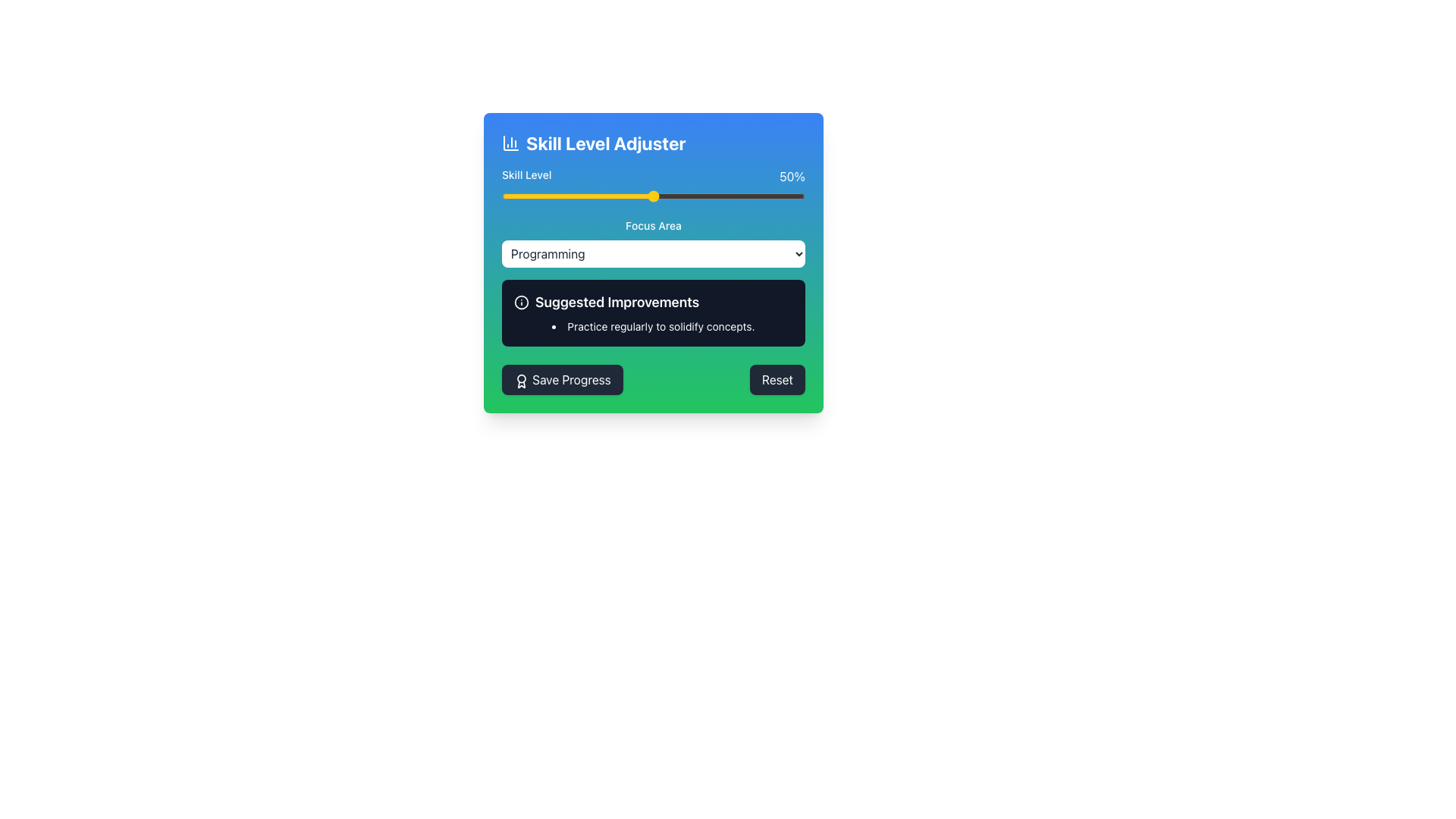  I want to click on the skill level, so click(505, 195).